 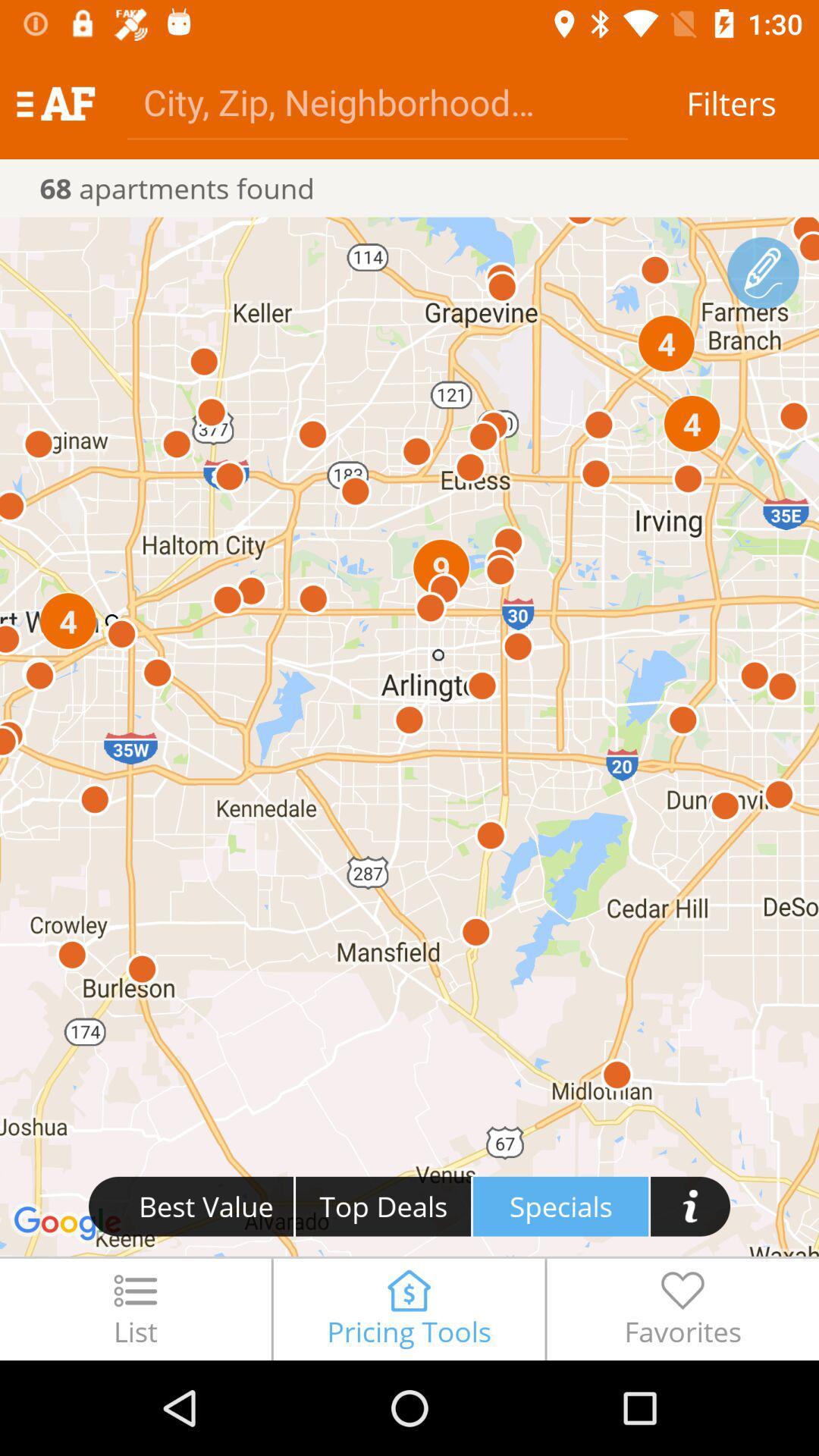 What do you see at coordinates (682, 1308) in the screenshot?
I see `the item to the right of the pricing tools` at bounding box center [682, 1308].